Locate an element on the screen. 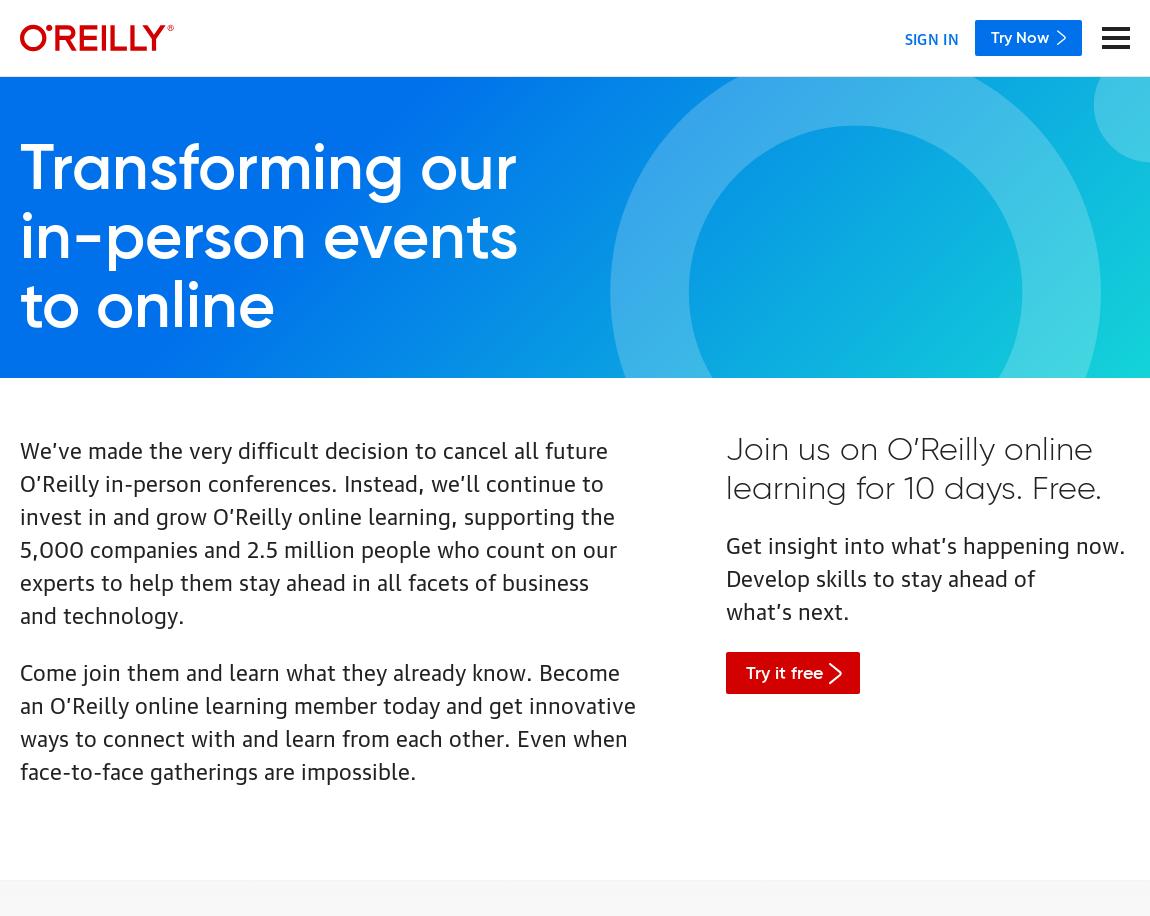 This screenshot has width=1150, height=916. 'Transforming our' is located at coordinates (267, 171).